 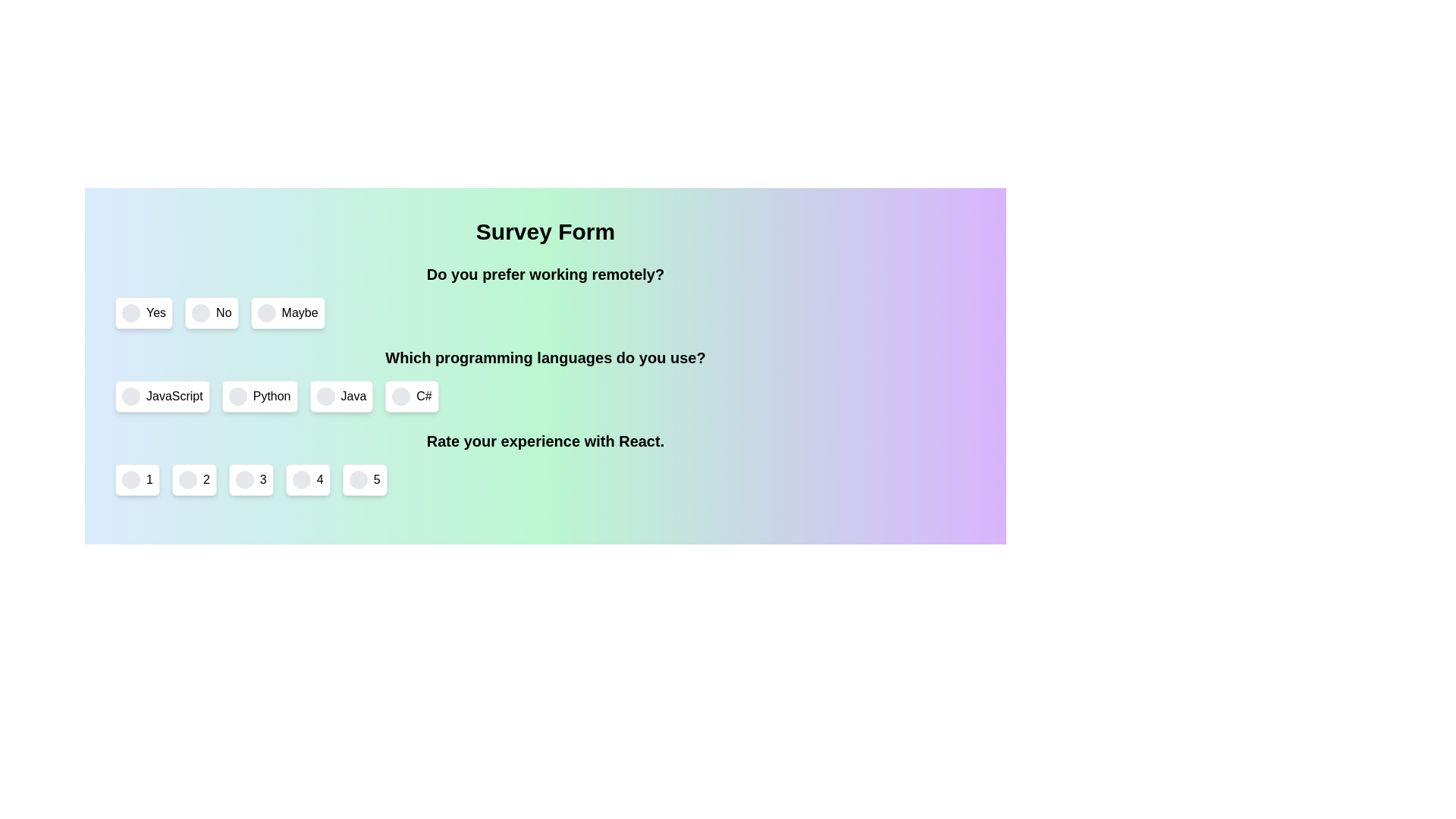 What do you see at coordinates (300, 312) in the screenshot?
I see `the static text label displaying 'Maybe', which is part of the third response option to the question about working remotely, located to the right of a circular button` at bounding box center [300, 312].